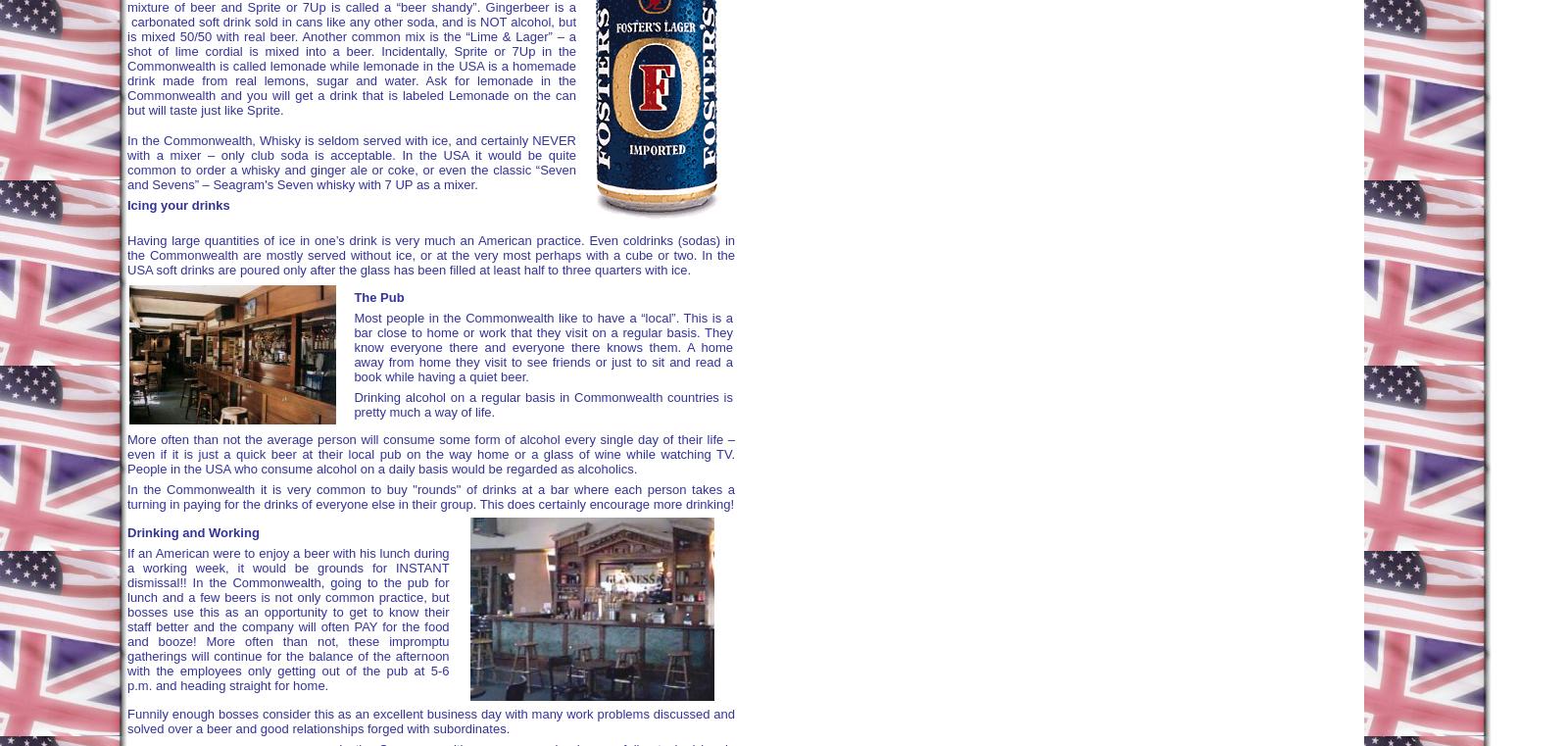 This screenshot has width=1568, height=746. I want to click on 'Funnily
      enough bosses consider this as an excellent business day with many work
      problems discussed and solved over a beer and good relationships forged
      with subordinates.', so click(430, 721).